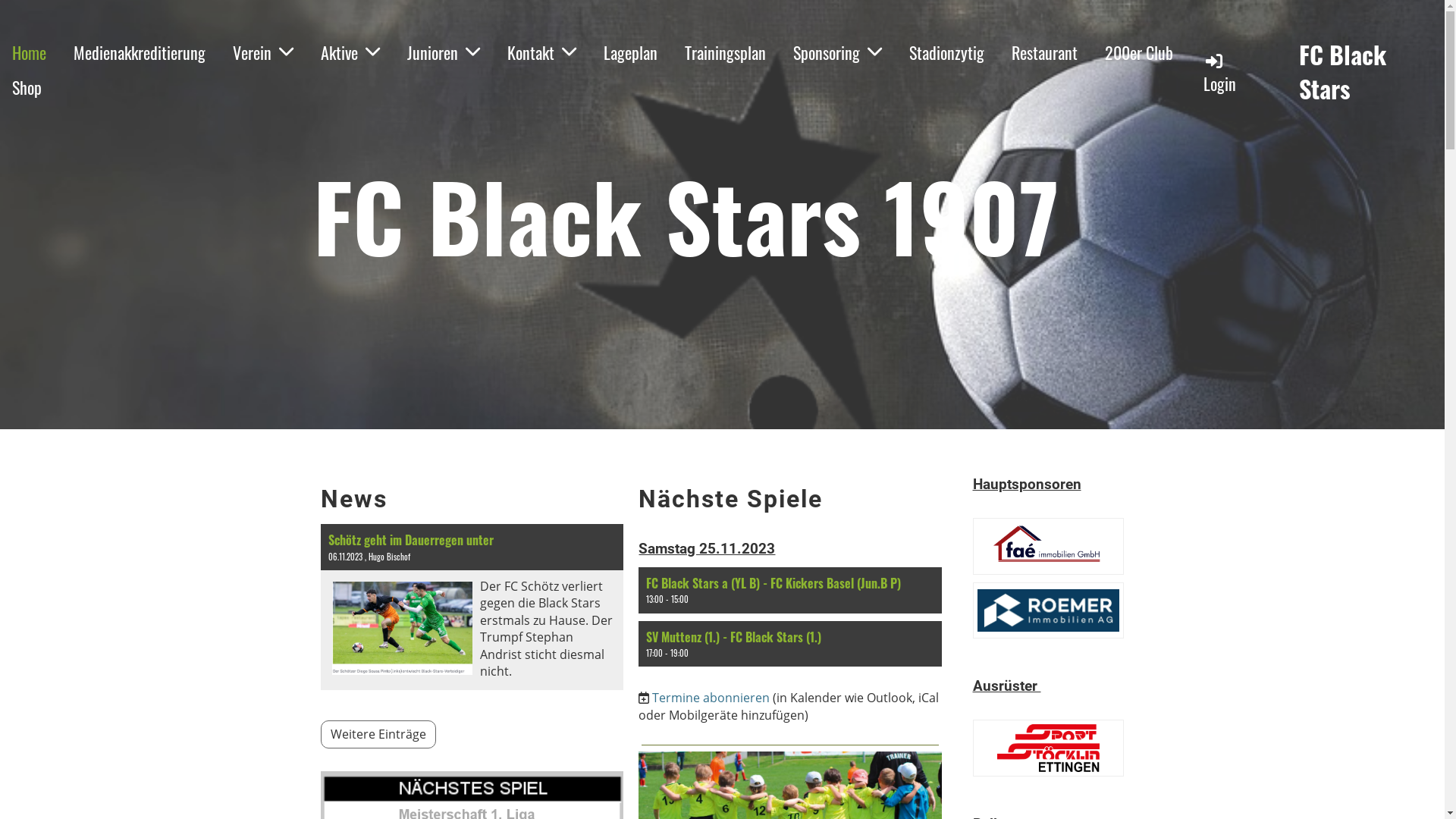 The width and height of the screenshot is (1456, 819). What do you see at coordinates (494, 52) in the screenshot?
I see `'Kontakt'` at bounding box center [494, 52].